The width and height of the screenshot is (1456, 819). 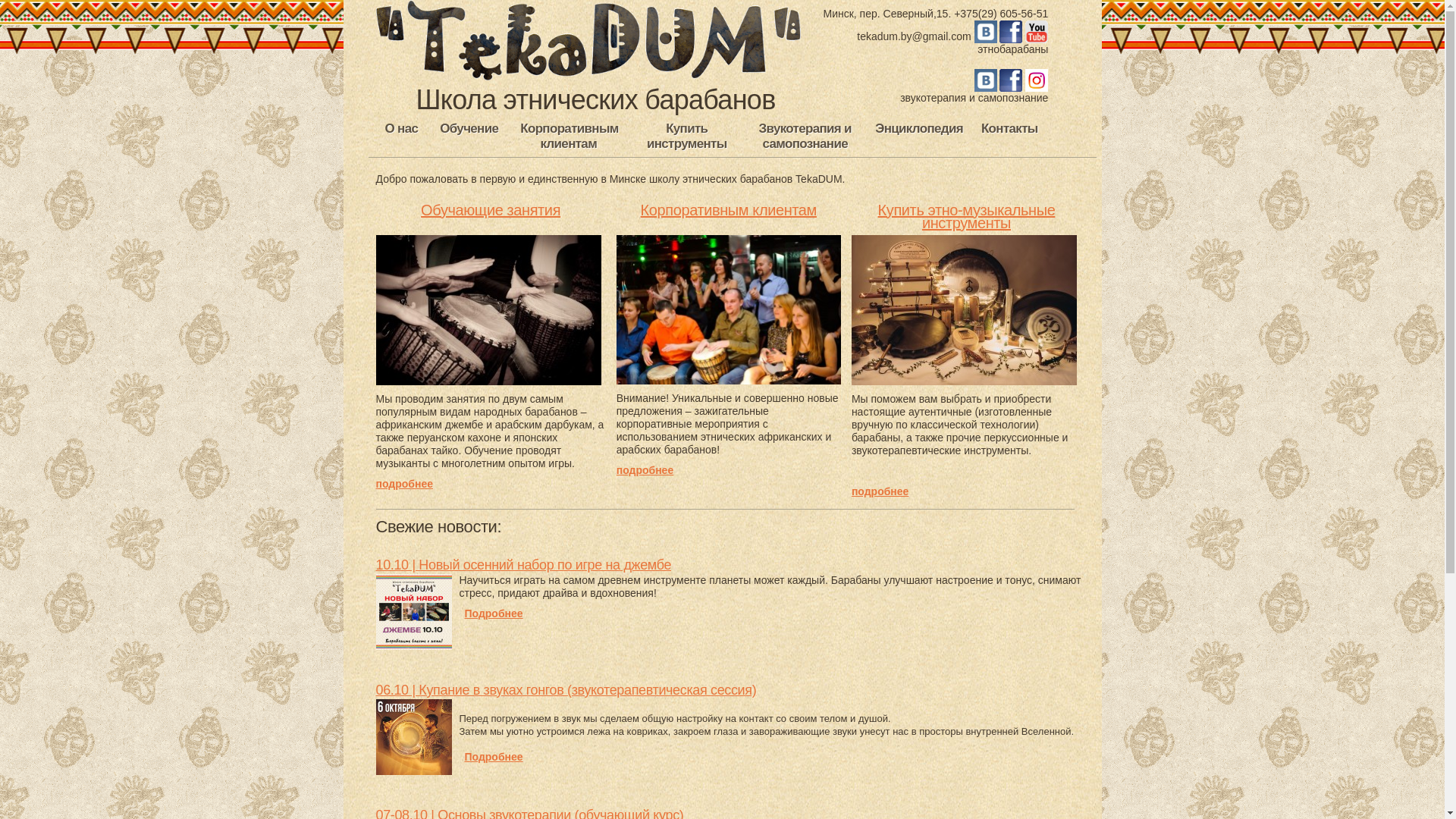 I want to click on 'facebook', so click(x=999, y=35).